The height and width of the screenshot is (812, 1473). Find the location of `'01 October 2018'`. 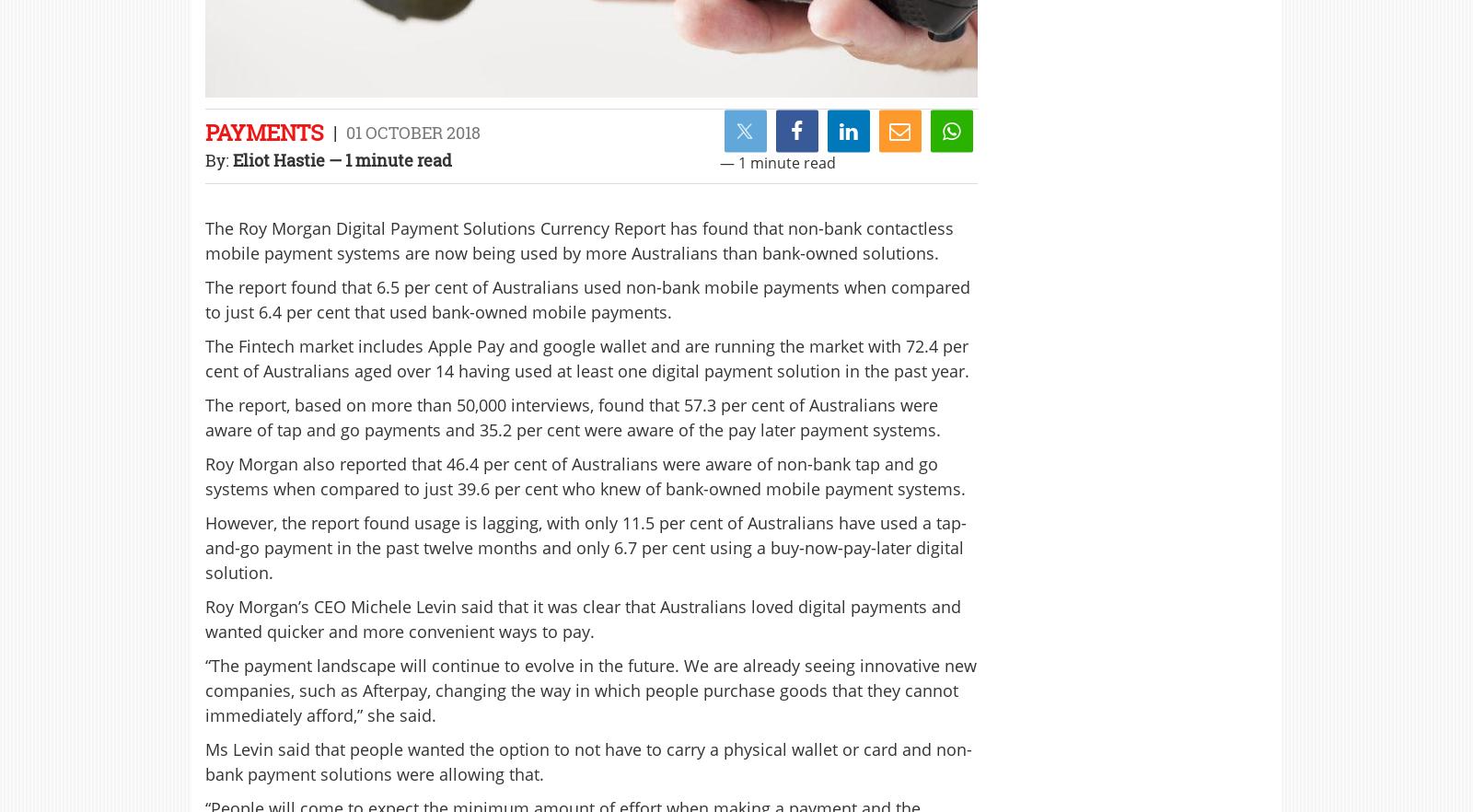

'01 October 2018' is located at coordinates (412, 133).